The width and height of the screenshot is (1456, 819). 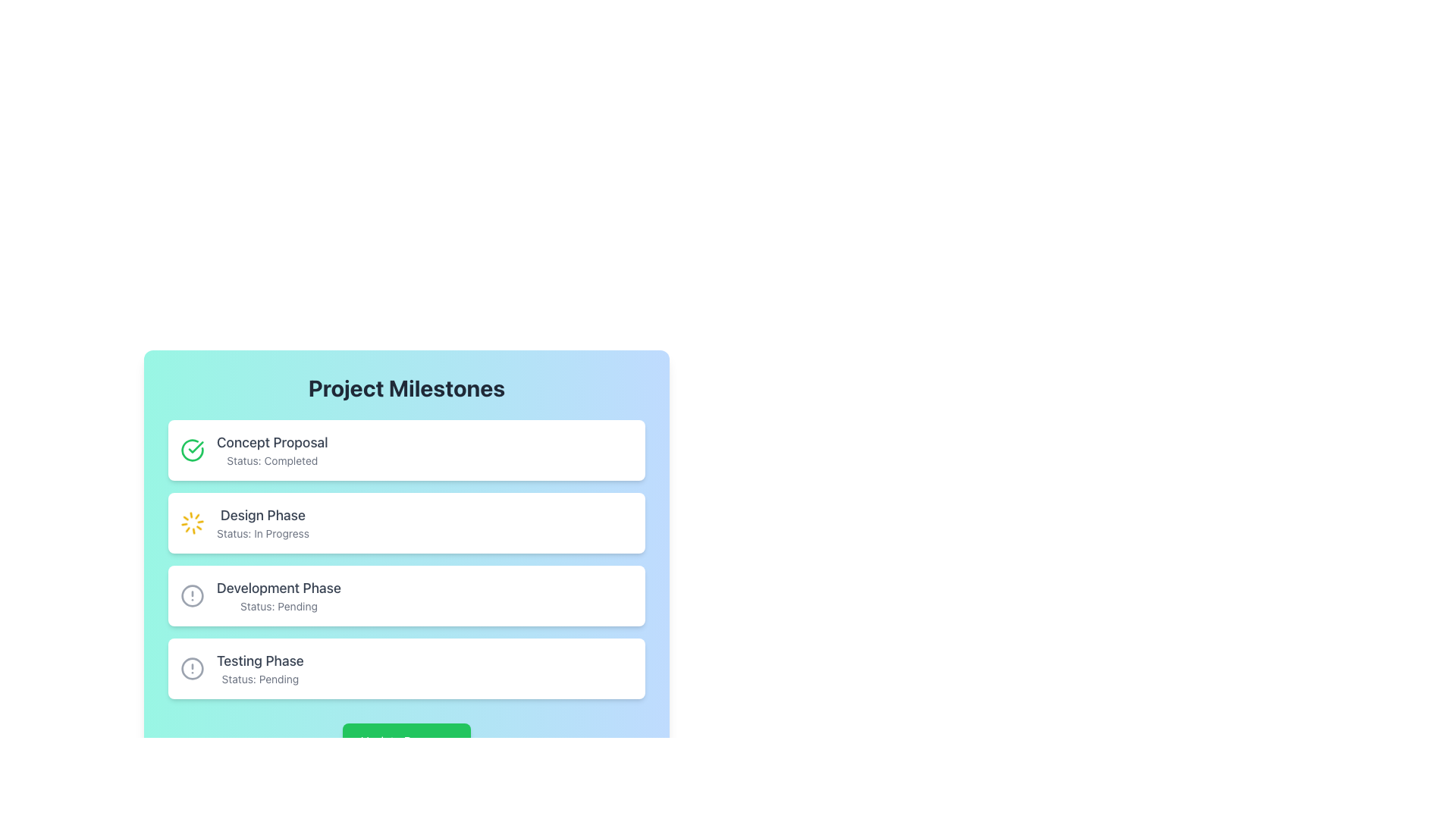 I want to click on the 'Design Phase' informational card, which indicates the status as 'In Progress', so click(x=406, y=522).